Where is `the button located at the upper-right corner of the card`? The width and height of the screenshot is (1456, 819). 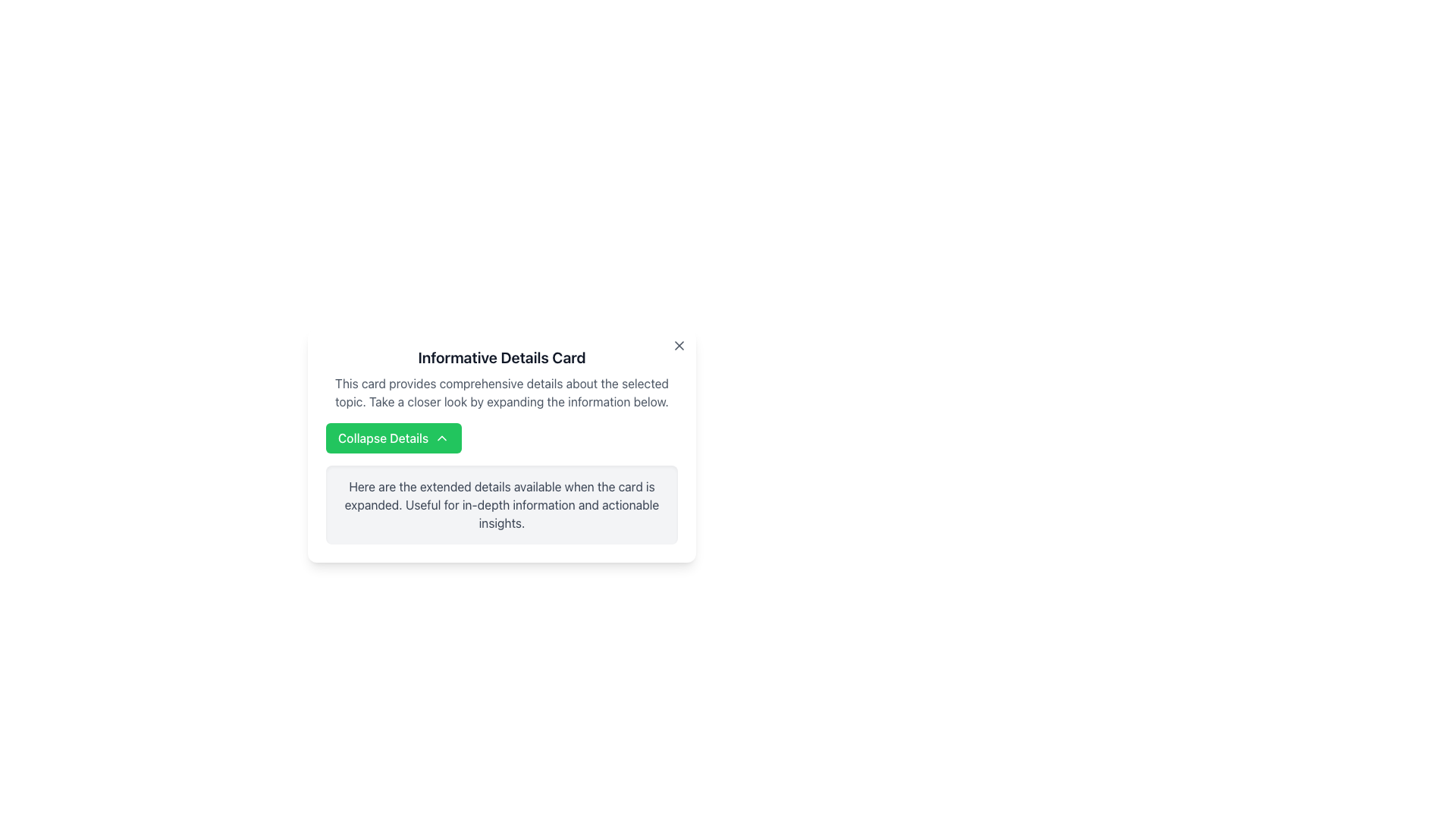
the button located at the upper-right corner of the card is located at coordinates (679, 345).